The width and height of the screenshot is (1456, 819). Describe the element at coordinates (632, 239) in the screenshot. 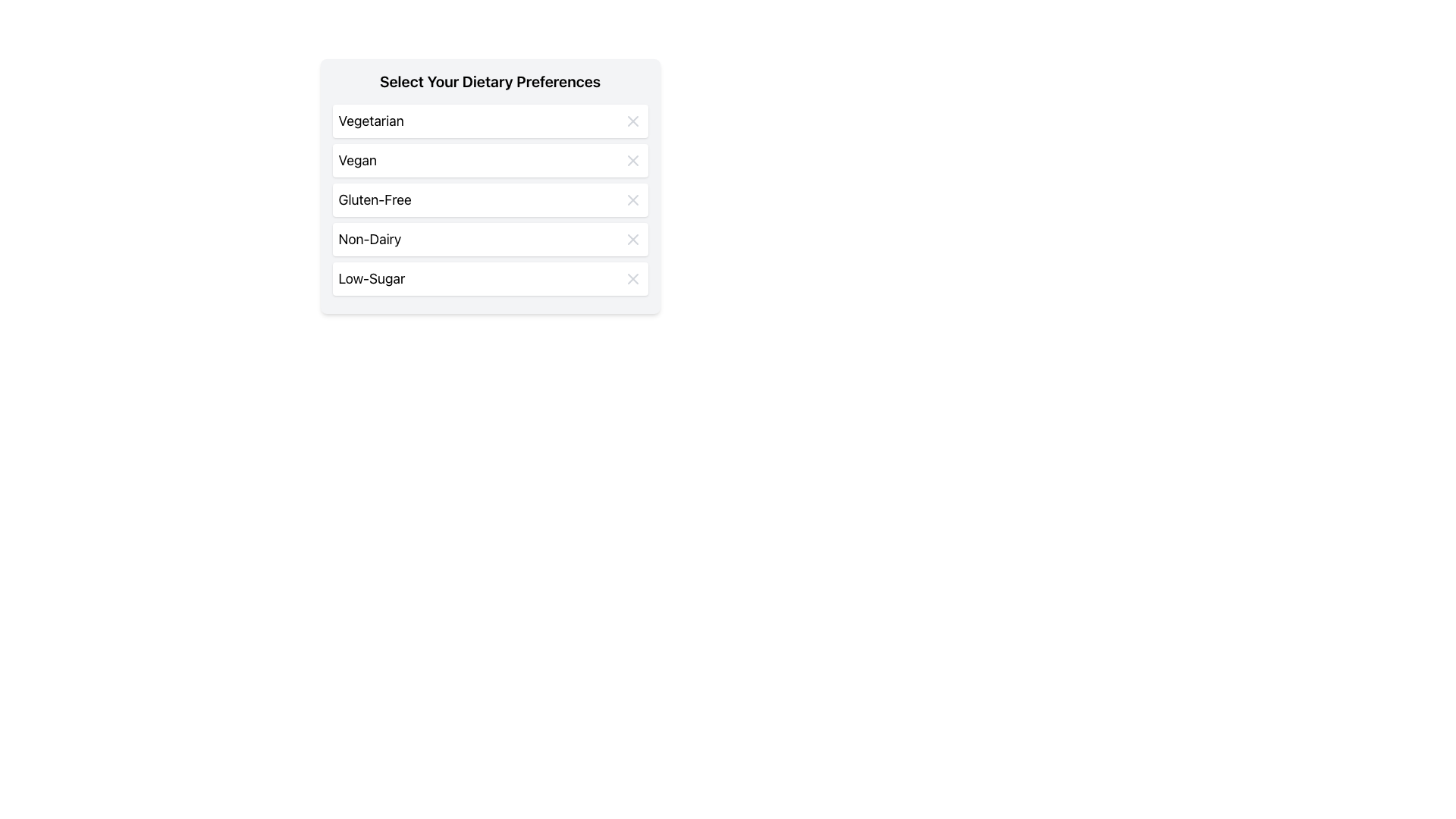

I see `the Close icon on the far right of the 'Non-Dairy' row` at that location.